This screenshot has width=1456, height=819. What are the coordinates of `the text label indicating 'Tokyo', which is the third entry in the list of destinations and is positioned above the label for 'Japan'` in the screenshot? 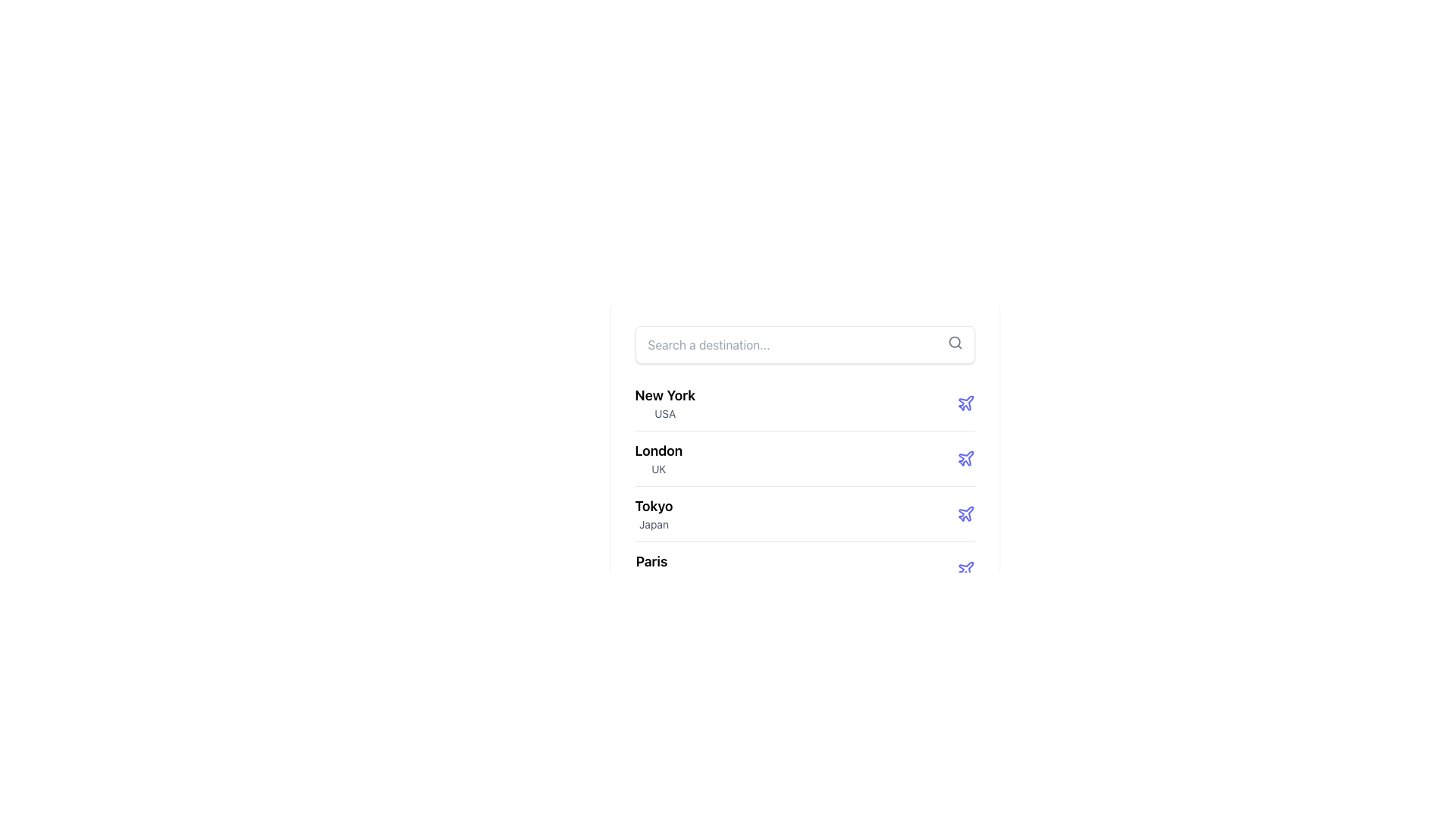 It's located at (654, 506).